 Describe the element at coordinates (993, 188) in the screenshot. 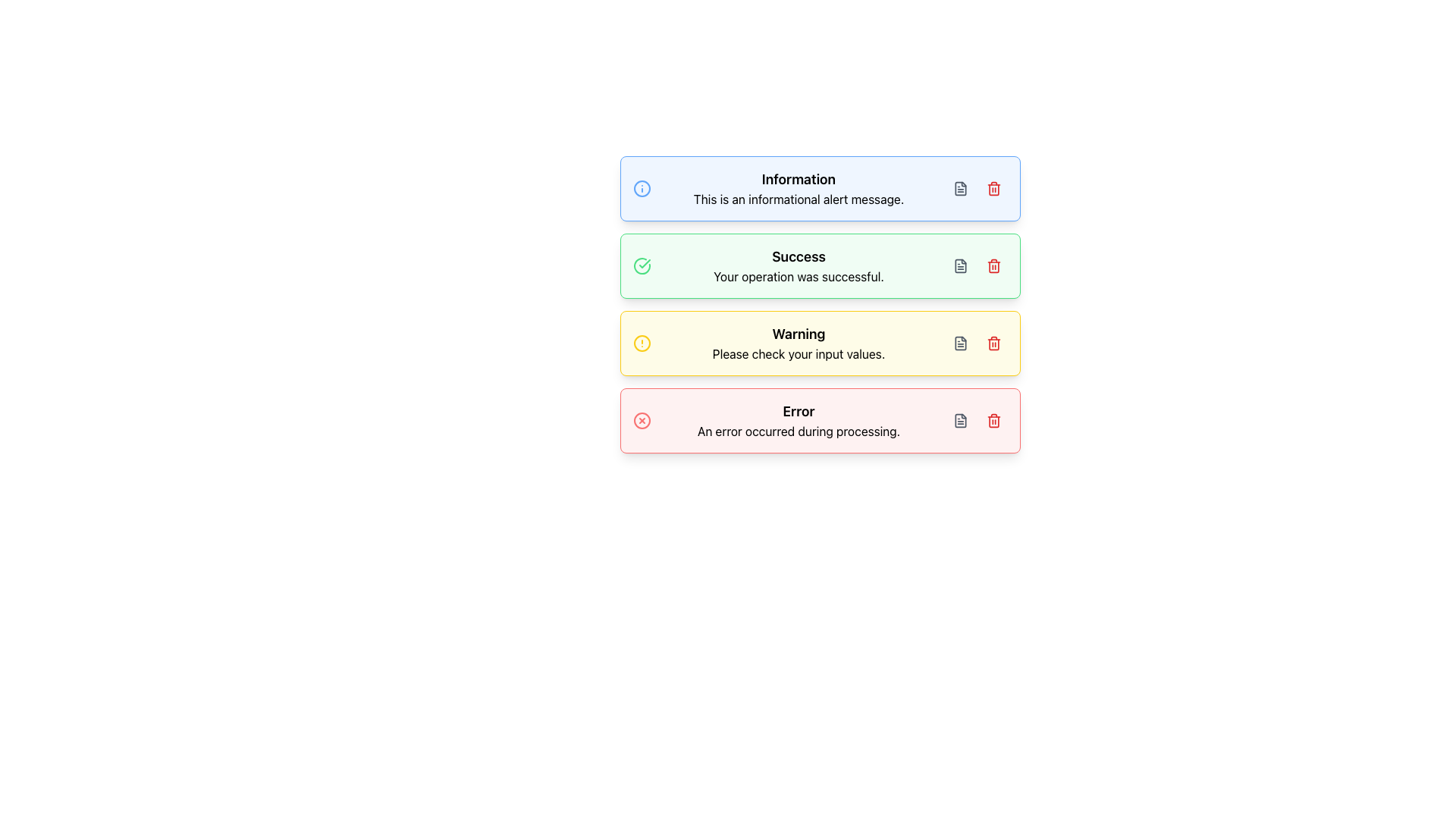

I see `the small red-colored trash bin icon button located on the right side of the blue 'Information' alert box` at that location.